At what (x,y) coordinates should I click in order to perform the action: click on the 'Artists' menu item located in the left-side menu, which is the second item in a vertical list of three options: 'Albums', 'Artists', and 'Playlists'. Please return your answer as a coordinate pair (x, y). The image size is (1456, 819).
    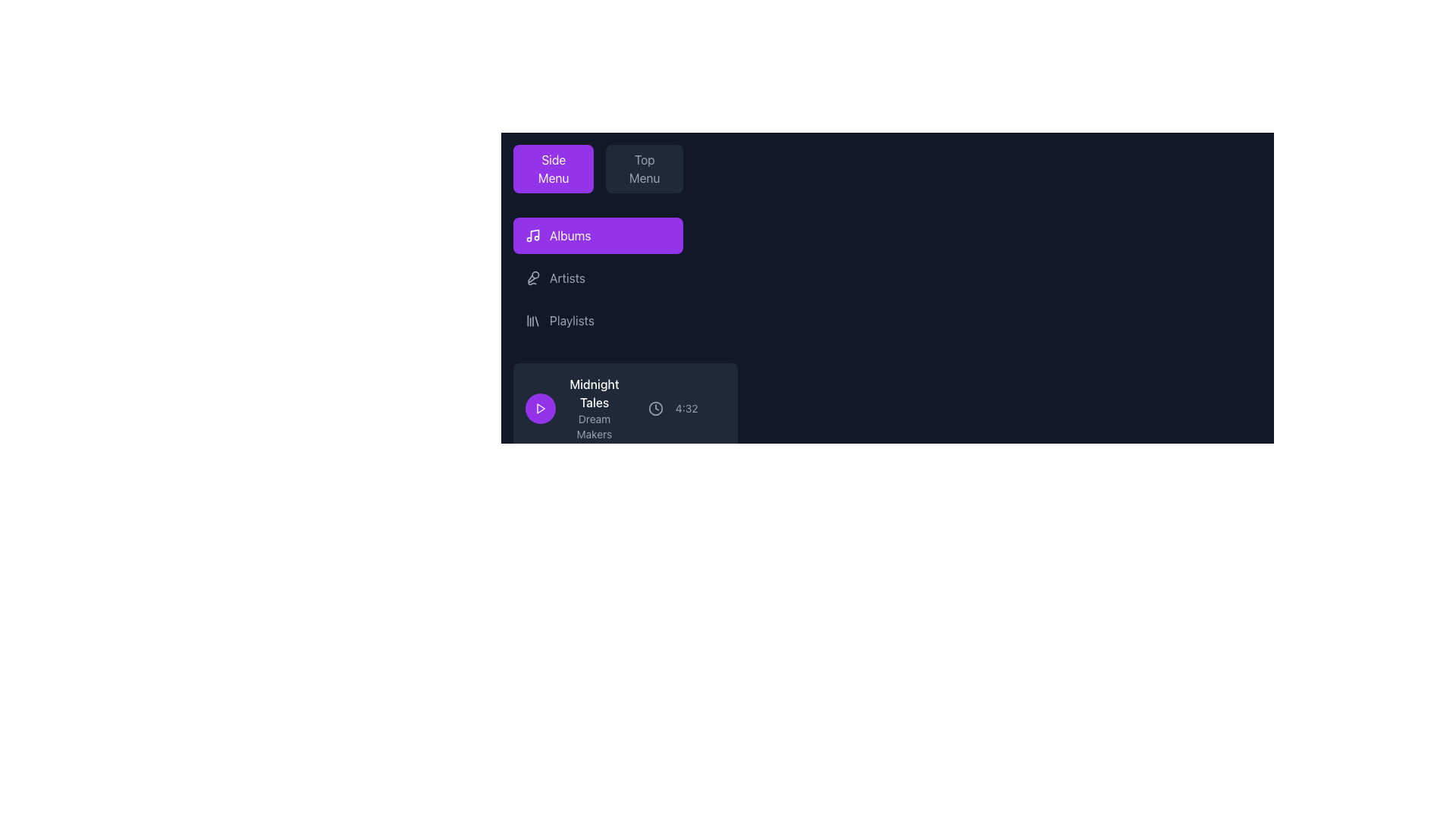
    Looking at the image, I should click on (597, 278).